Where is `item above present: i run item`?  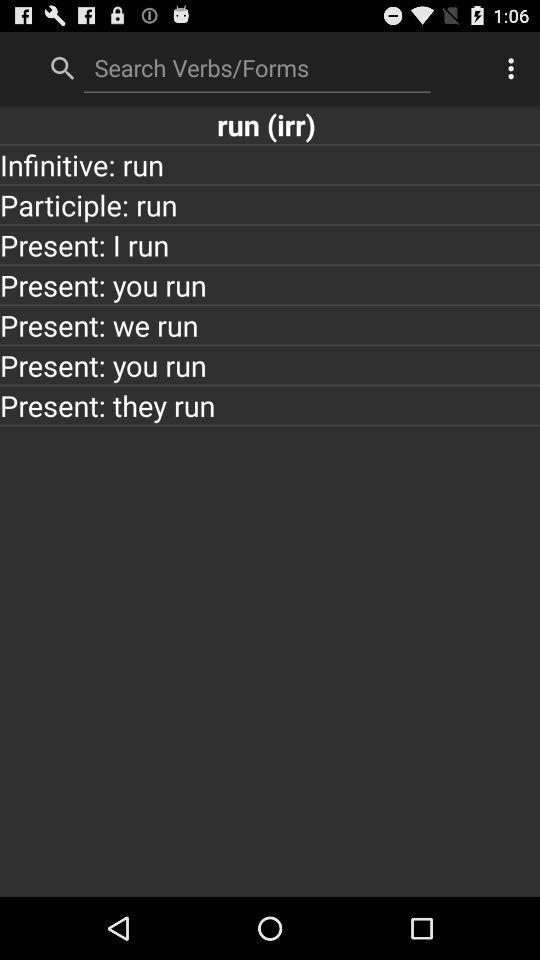
item above present: i run item is located at coordinates (270, 204).